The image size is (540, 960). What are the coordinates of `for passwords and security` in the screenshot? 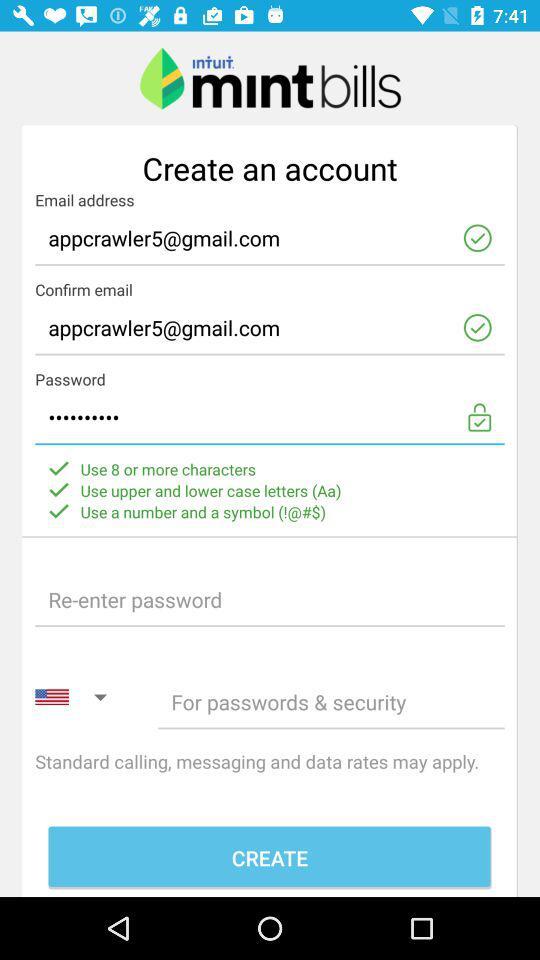 It's located at (331, 701).